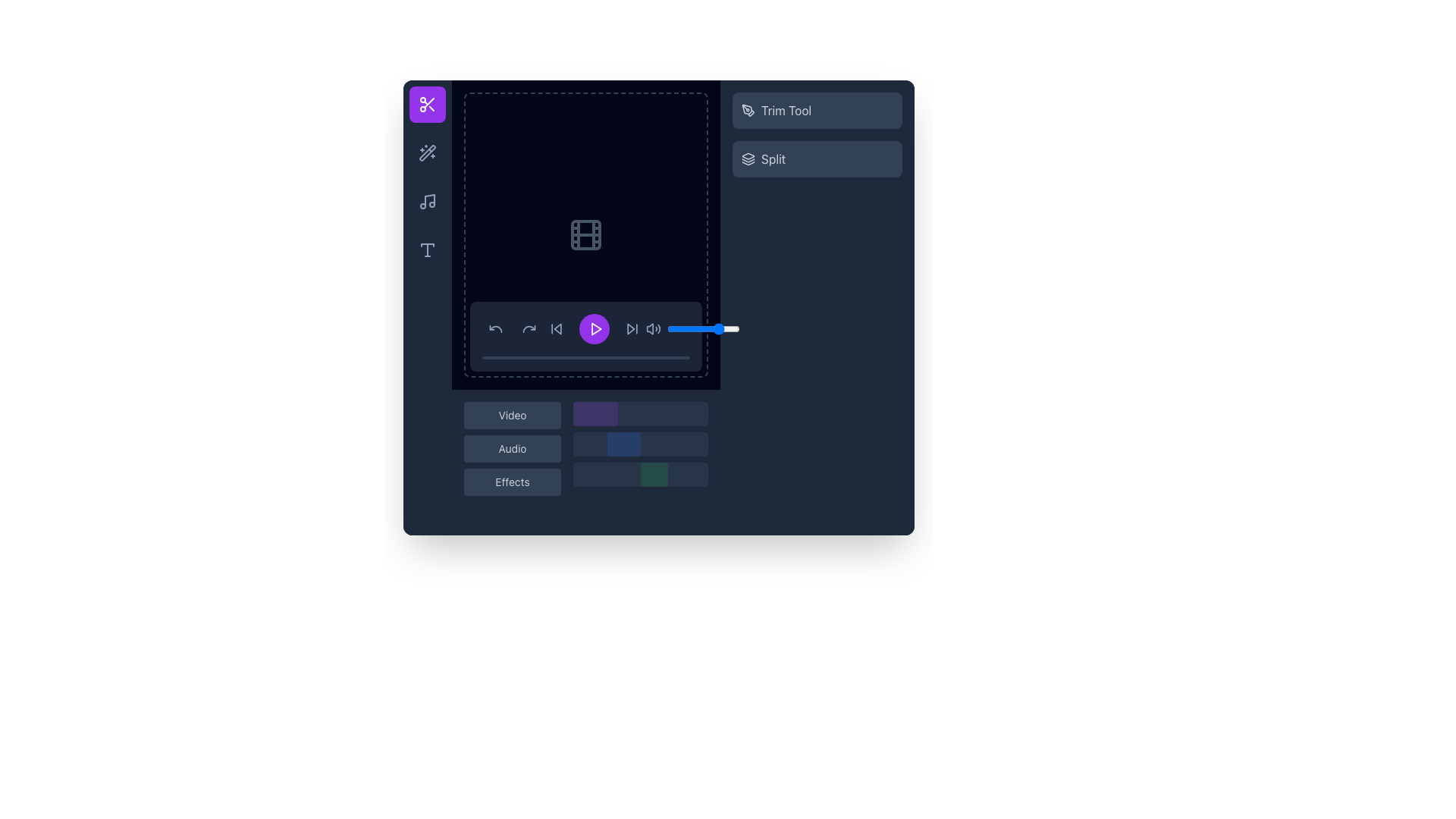 This screenshot has width=1456, height=819. I want to click on the circular button with a purple background and a white play icon in the center, so click(593, 328).